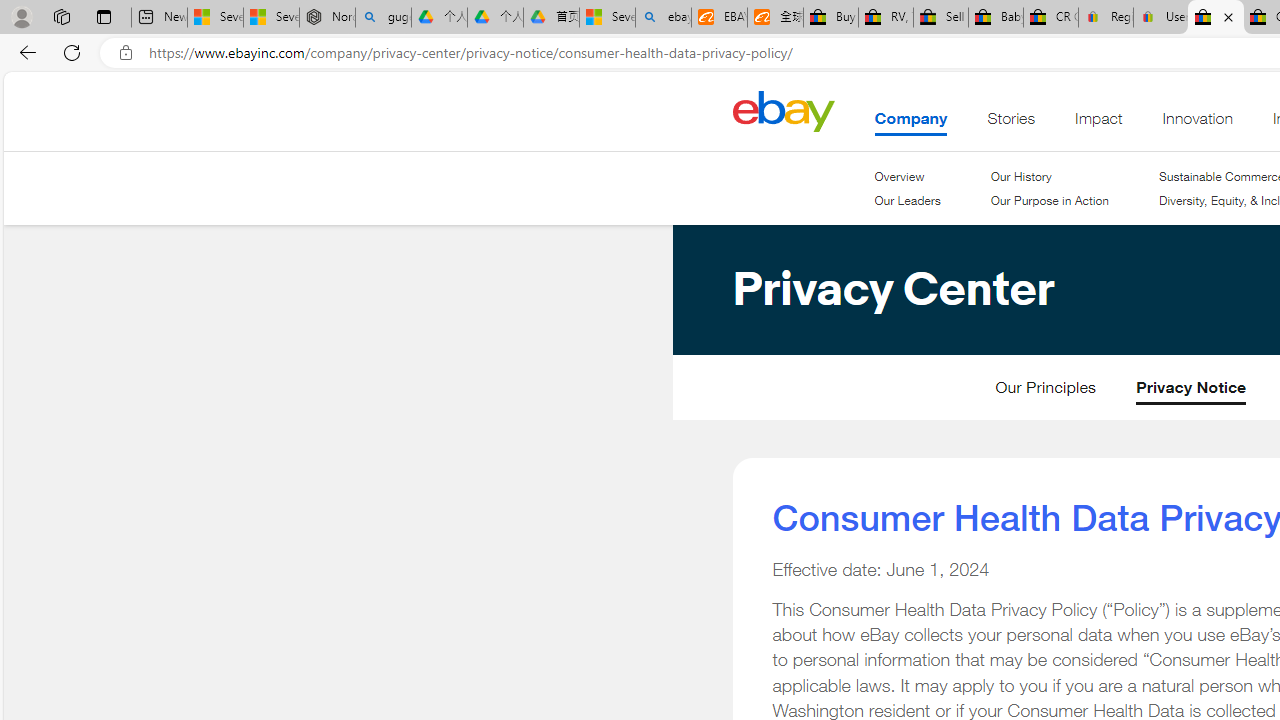 This screenshot has width=1280, height=720. What do you see at coordinates (830, 17) in the screenshot?
I see `'Buy Auto Parts & Accessories | eBay'` at bounding box center [830, 17].